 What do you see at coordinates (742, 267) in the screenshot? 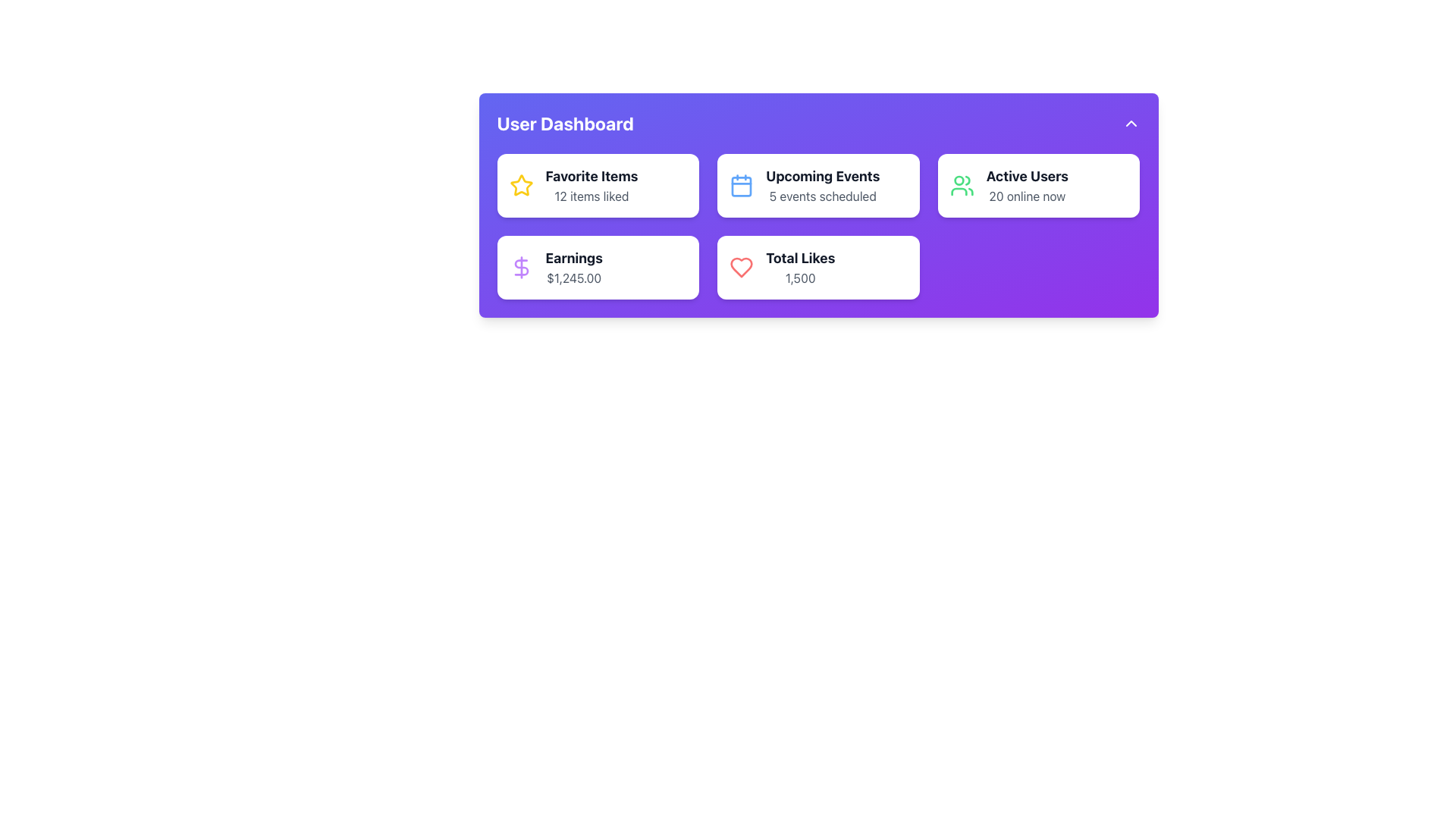
I see `the heart-shaped icon with a red gradient located in the 'Total Likes' card, which signifies the total likes count of 1,500` at bounding box center [742, 267].